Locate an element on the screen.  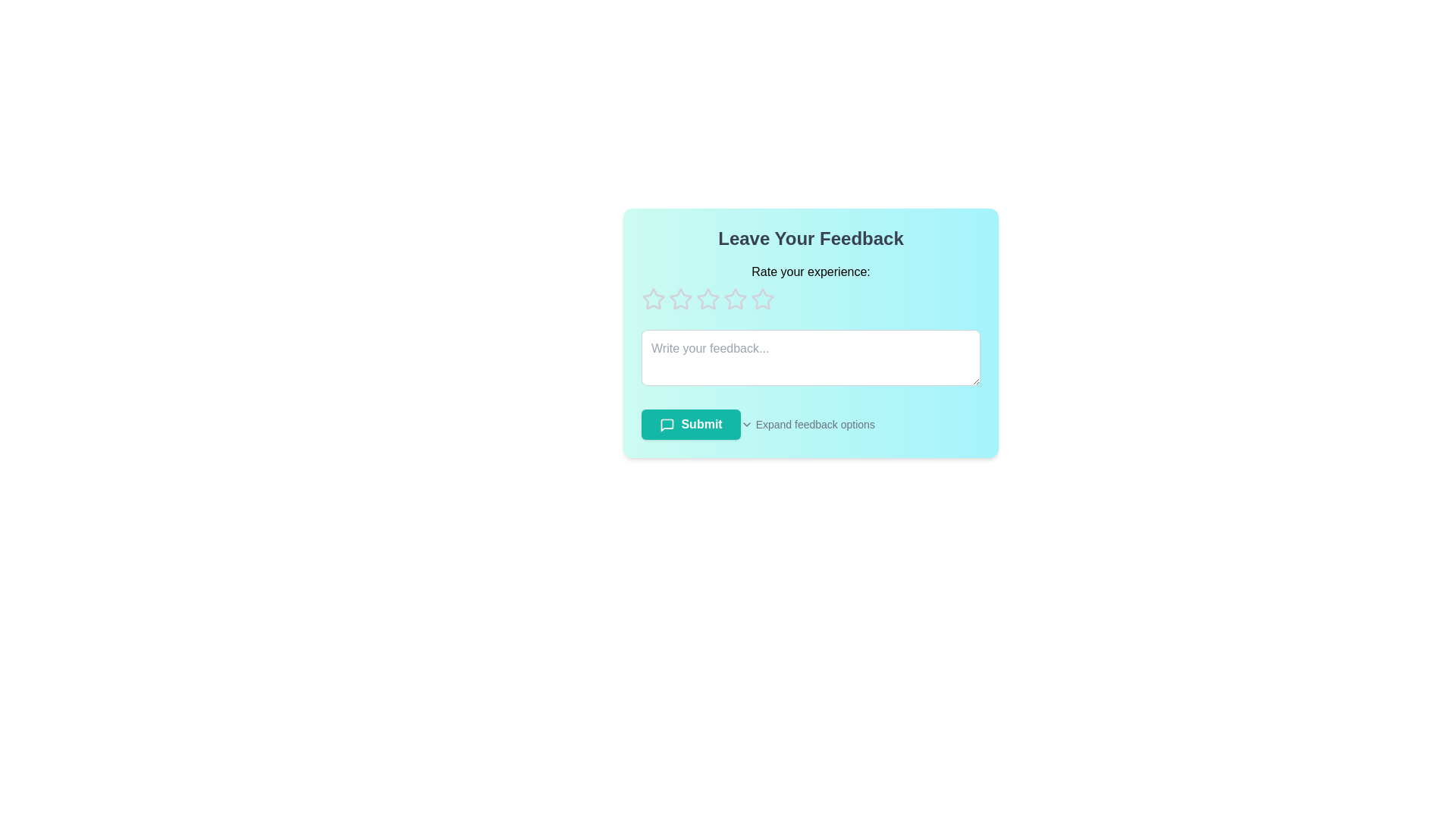
the descriptive text label associated with the dropdown control located to the right of the green 'Submit' button in the feedback section is located at coordinates (814, 424).